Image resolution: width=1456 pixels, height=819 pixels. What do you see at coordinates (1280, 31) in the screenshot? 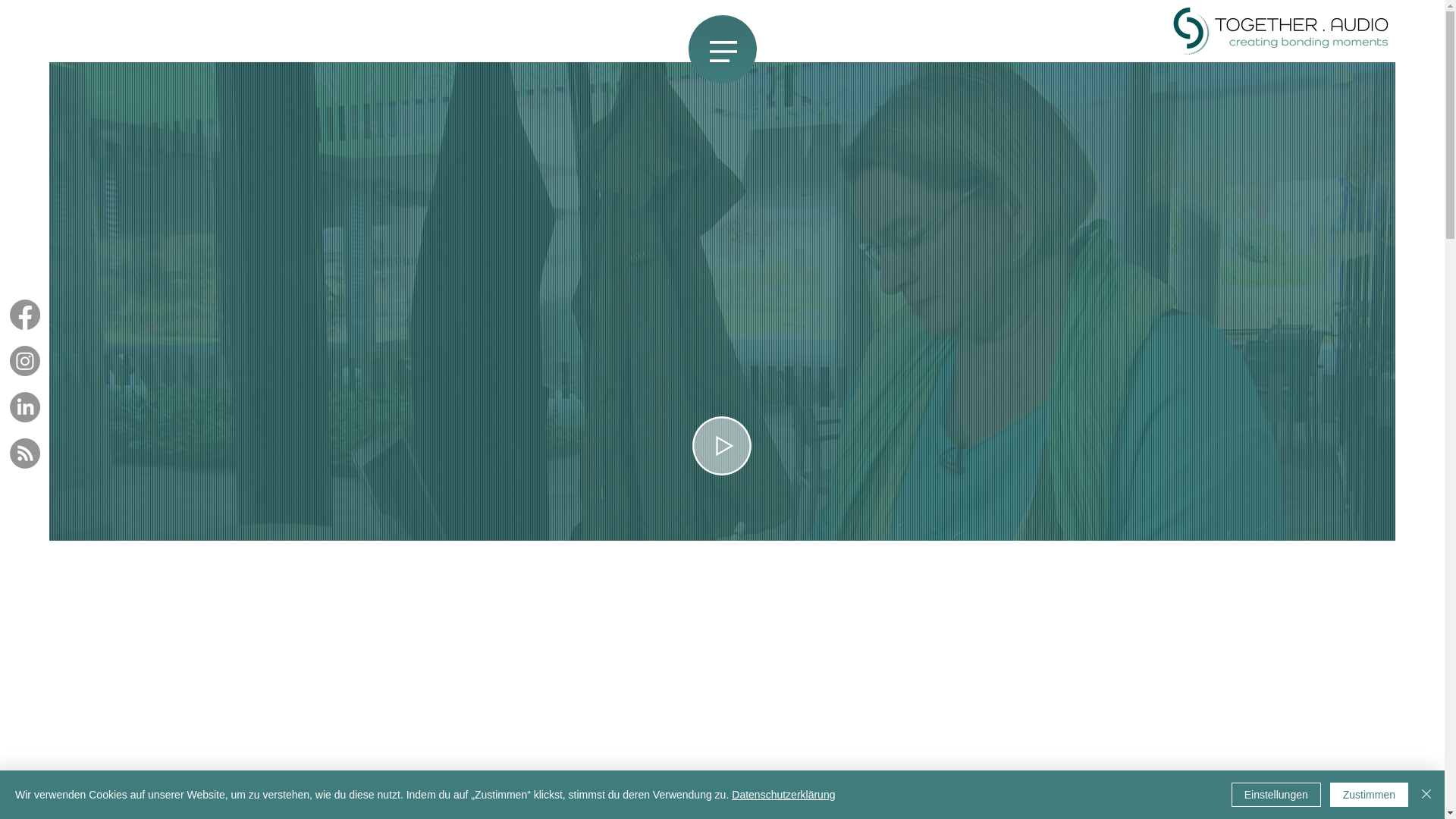
I see `'TA-LOGO TEXT.png'` at bounding box center [1280, 31].